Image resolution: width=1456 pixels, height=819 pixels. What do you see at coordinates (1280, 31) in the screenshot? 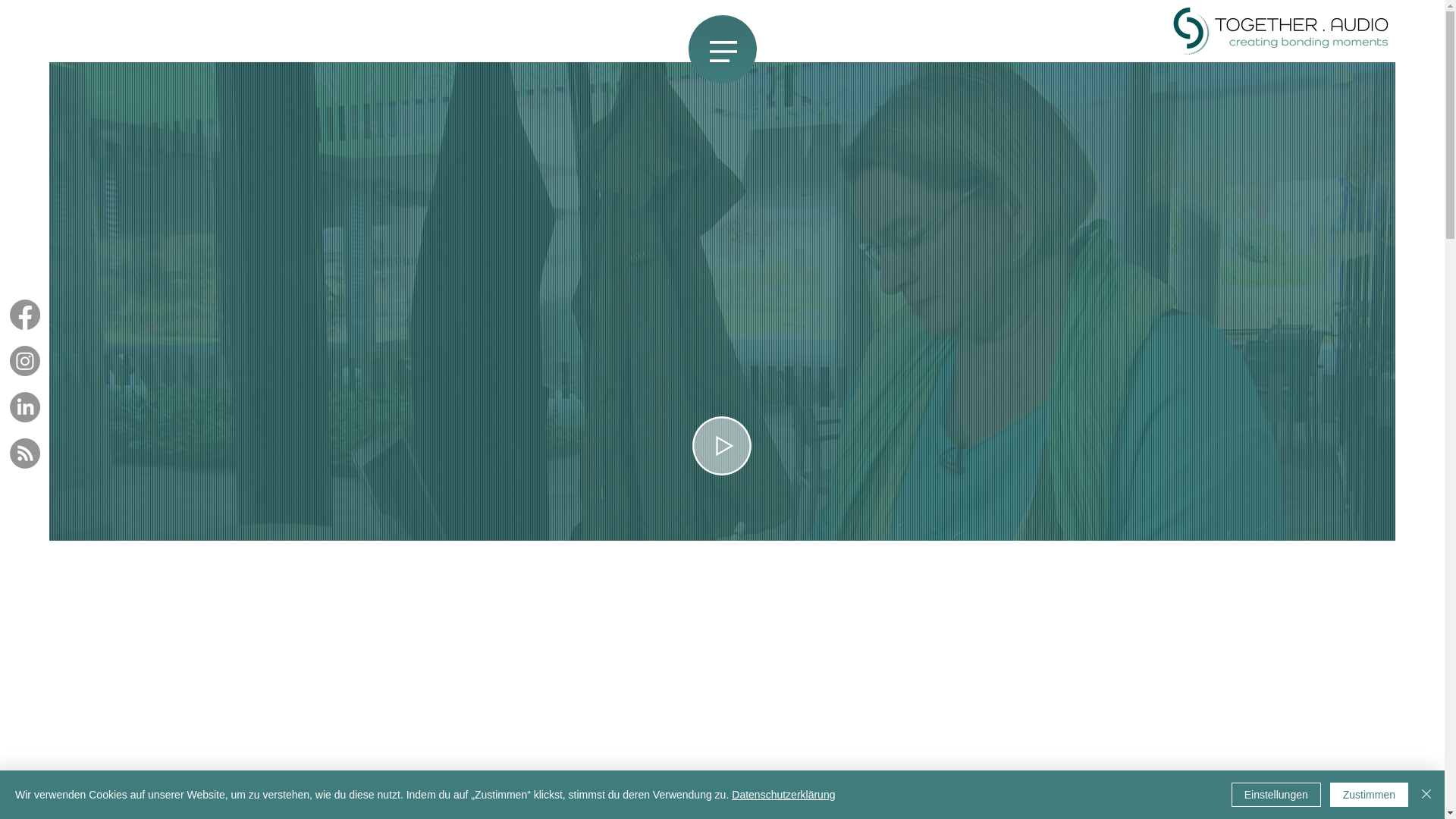
I see `'TA-LOGO TEXT.png'` at bounding box center [1280, 31].